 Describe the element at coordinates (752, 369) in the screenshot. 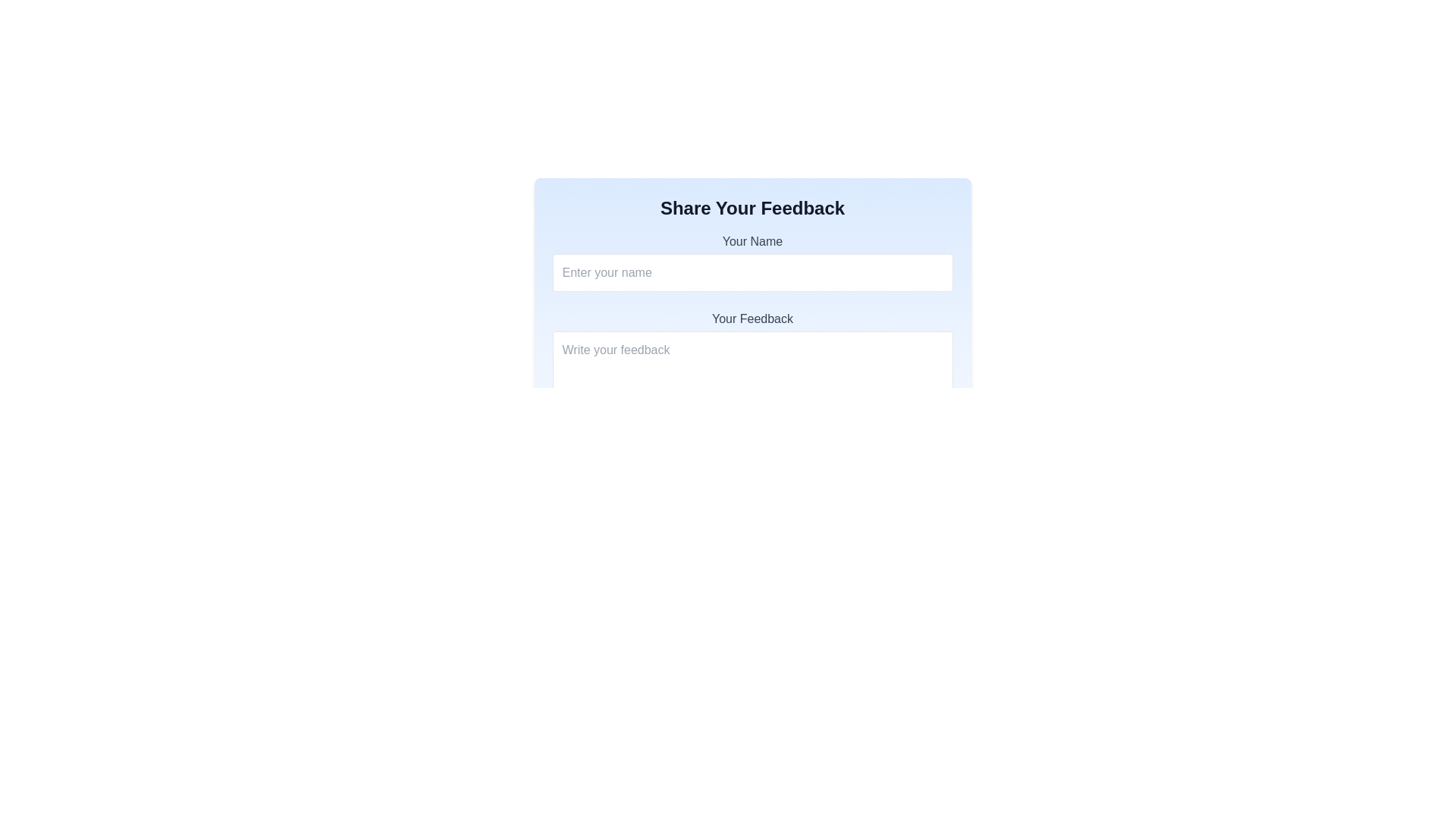

I see `the cursor` at that location.